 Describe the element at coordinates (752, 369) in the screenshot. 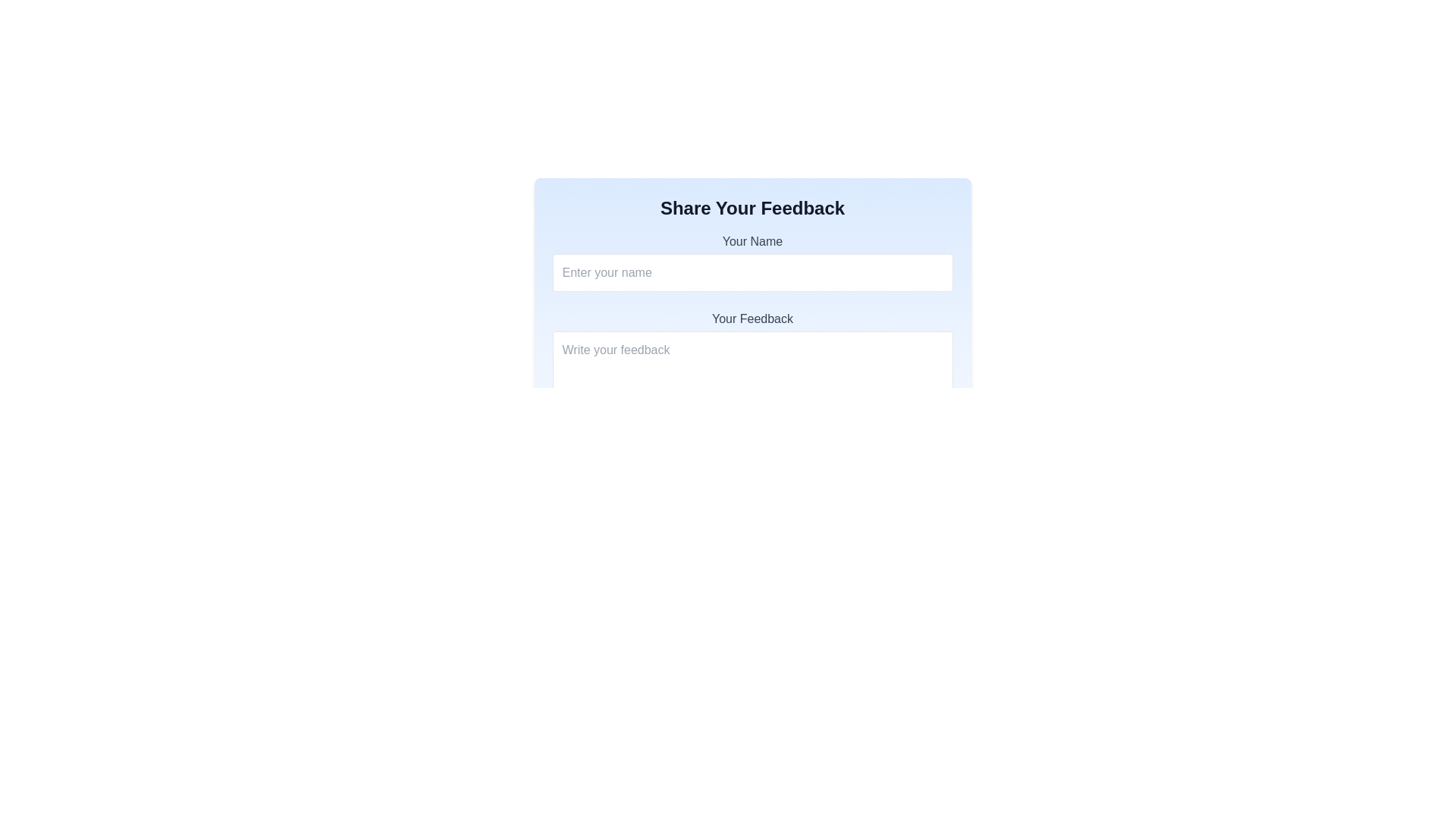

I see `the cursor` at that location.